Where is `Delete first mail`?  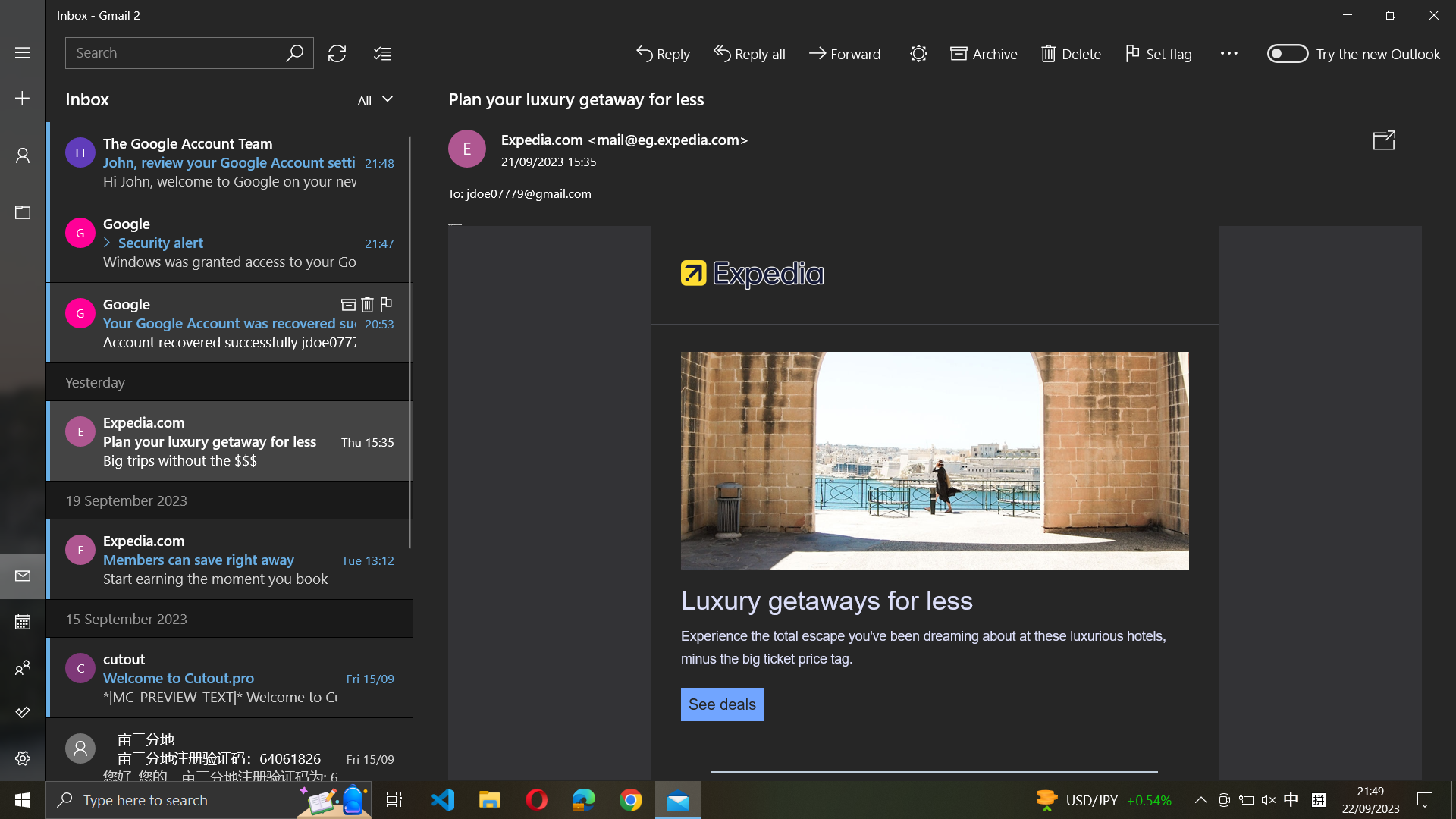 Delete first mail is located at coordinates (229, 161).